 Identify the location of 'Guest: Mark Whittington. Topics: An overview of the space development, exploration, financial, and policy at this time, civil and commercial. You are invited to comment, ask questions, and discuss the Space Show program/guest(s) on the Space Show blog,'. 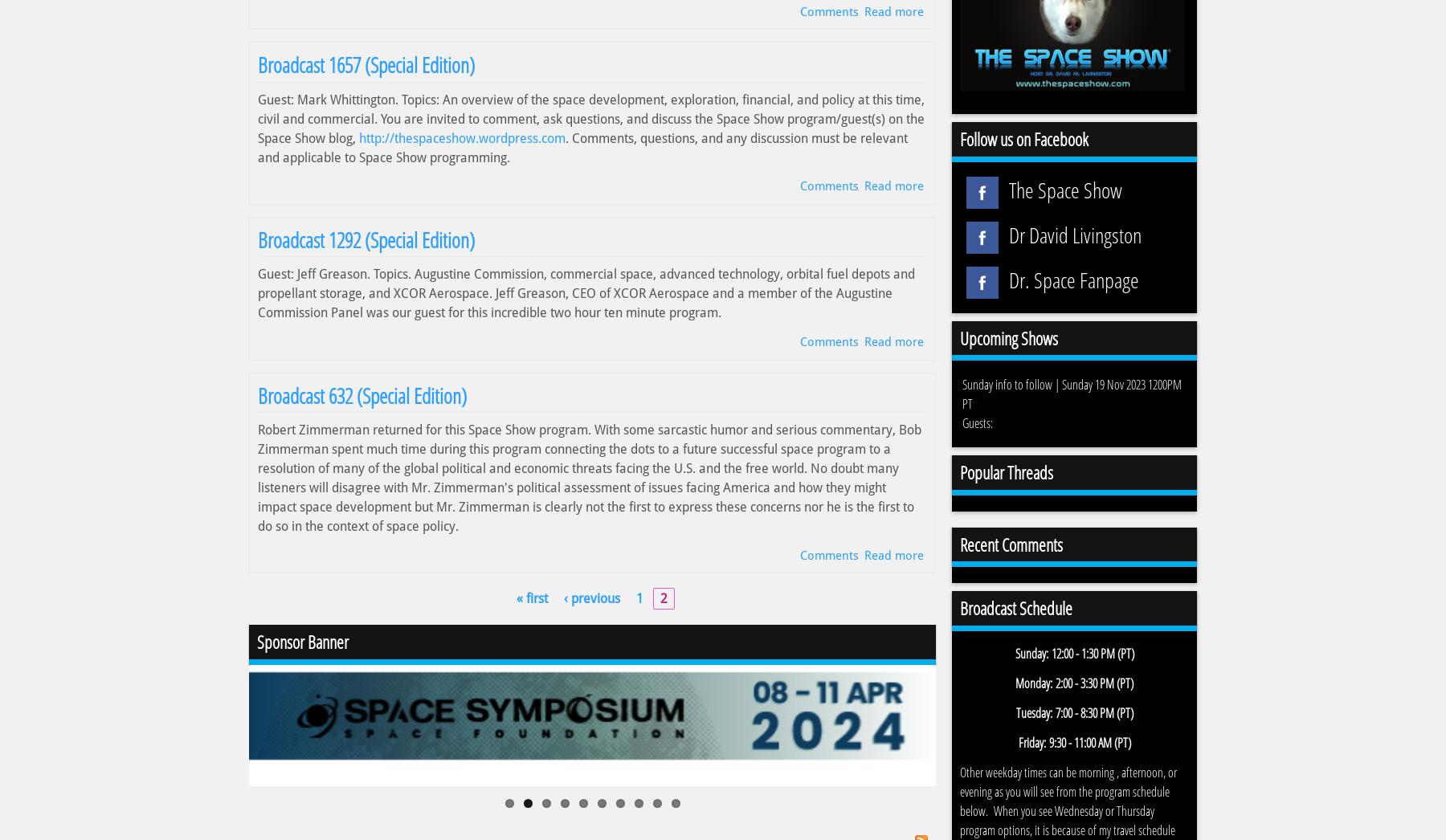
(256, 117).